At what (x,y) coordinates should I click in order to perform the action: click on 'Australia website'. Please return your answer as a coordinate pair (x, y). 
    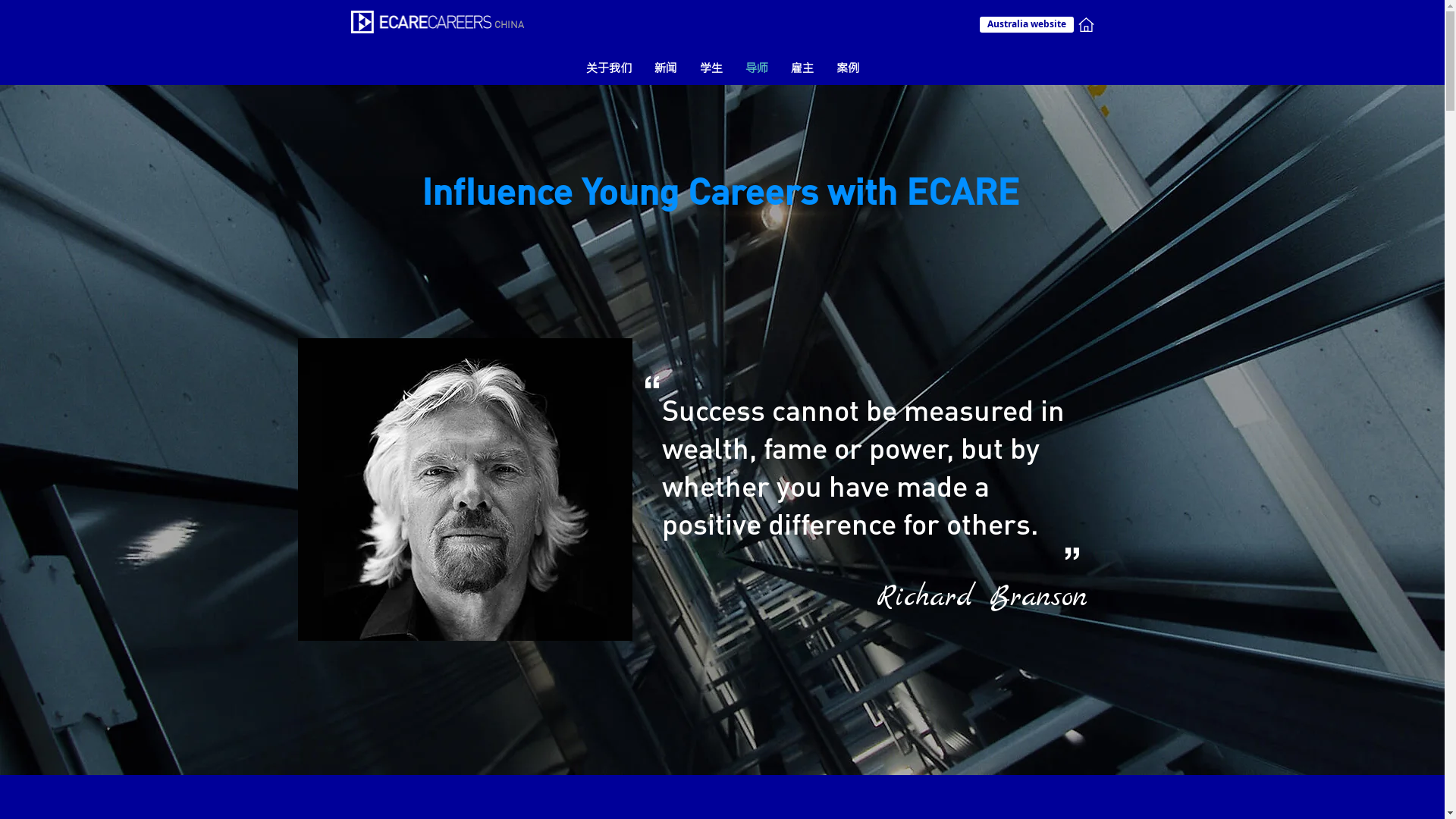
    Looking at the image, I should click on (1026, 24).